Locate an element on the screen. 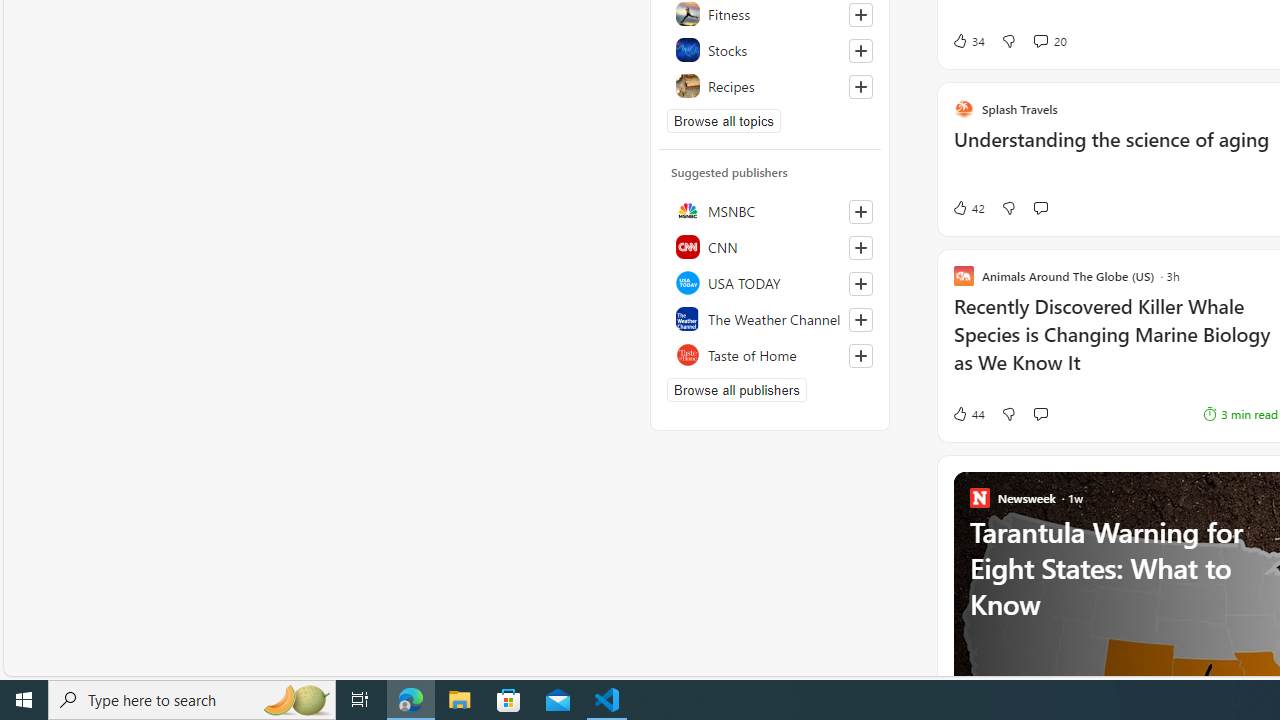 The image size is (1280, 720). 'Visual Studio Code - 1 running window' is located at coordinates (606, 698).